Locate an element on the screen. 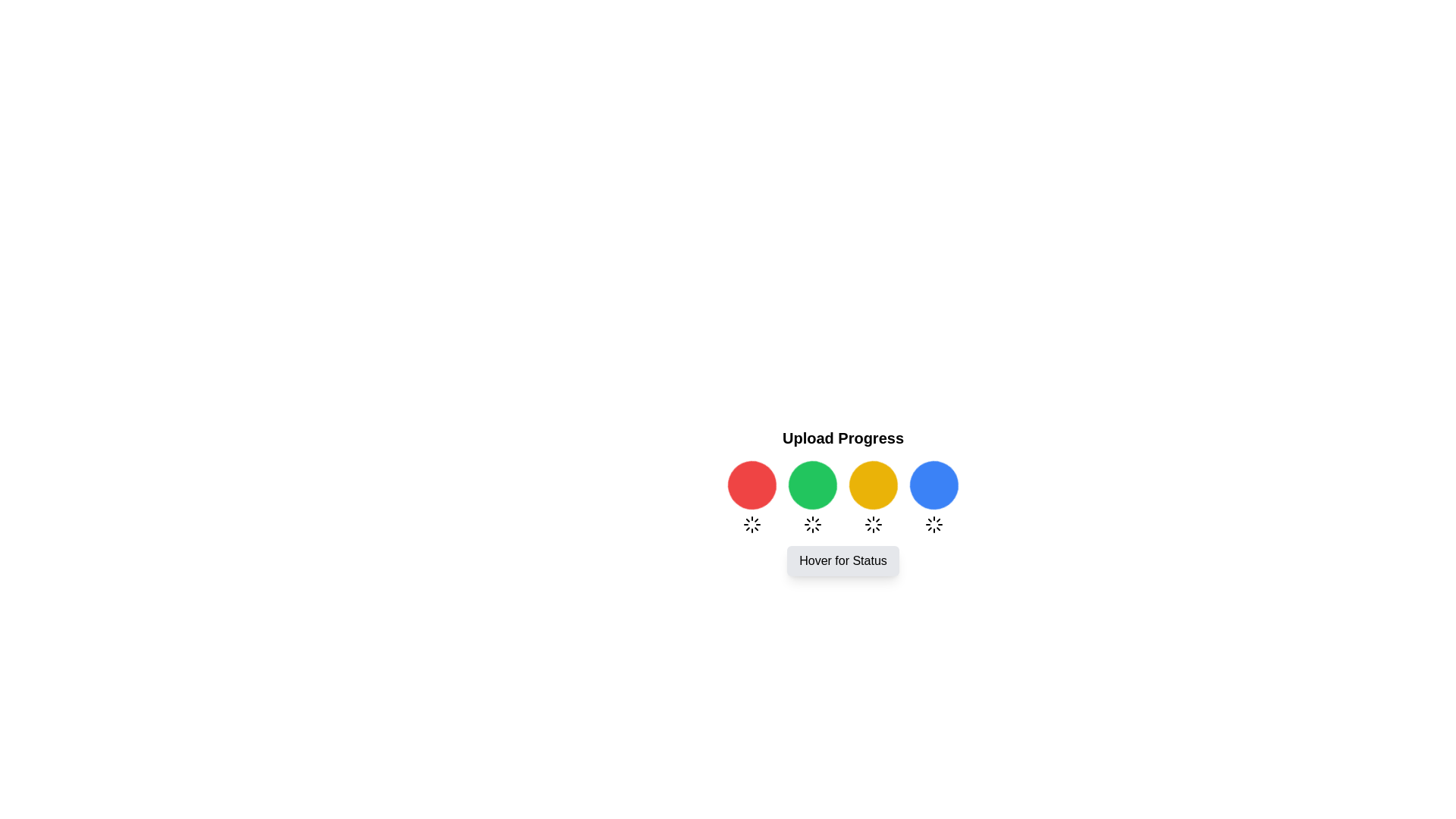  the animation of the circular graphic or spinner located directly beneath the 'Upload Progress' heading, which is the second item in a sequence of four colored circular elements is located at coordinates (811, 485).